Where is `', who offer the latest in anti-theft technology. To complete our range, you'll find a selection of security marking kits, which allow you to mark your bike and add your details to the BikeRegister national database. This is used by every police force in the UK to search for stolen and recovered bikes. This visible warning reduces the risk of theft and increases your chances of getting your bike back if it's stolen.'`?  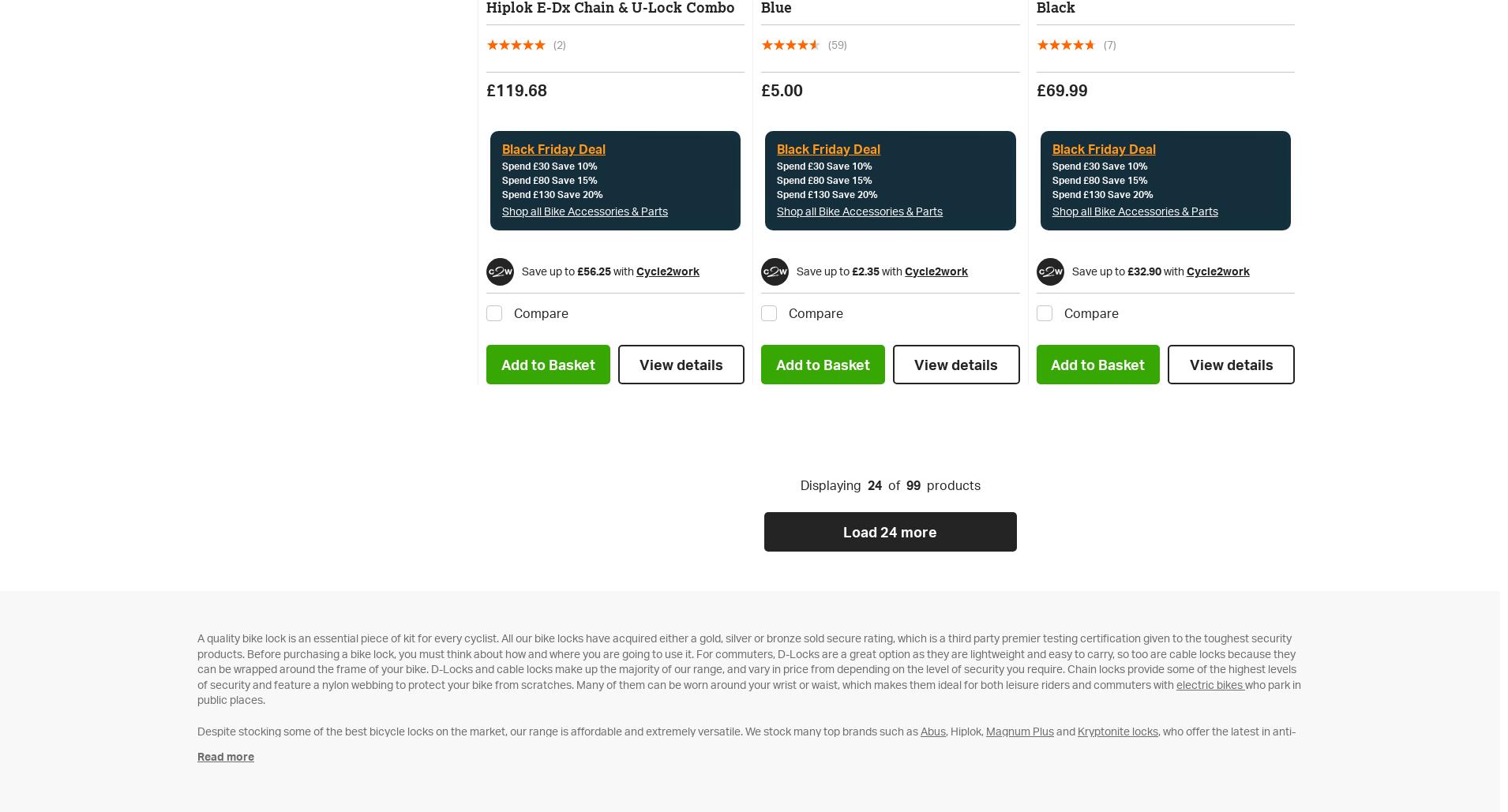
', who offer the latest in anti-theft technology. To complete our range, you'll find a selection of security marking kits, which allow you to mark your bike and add your details to the BikeRegister national database. This is used by every police force in the UK to search for stolen and recovered bikes. This visible warning reduces the risk of theft and increases your chances of getting your bike back if it's stolen.' is located at coordinates (197, 746).